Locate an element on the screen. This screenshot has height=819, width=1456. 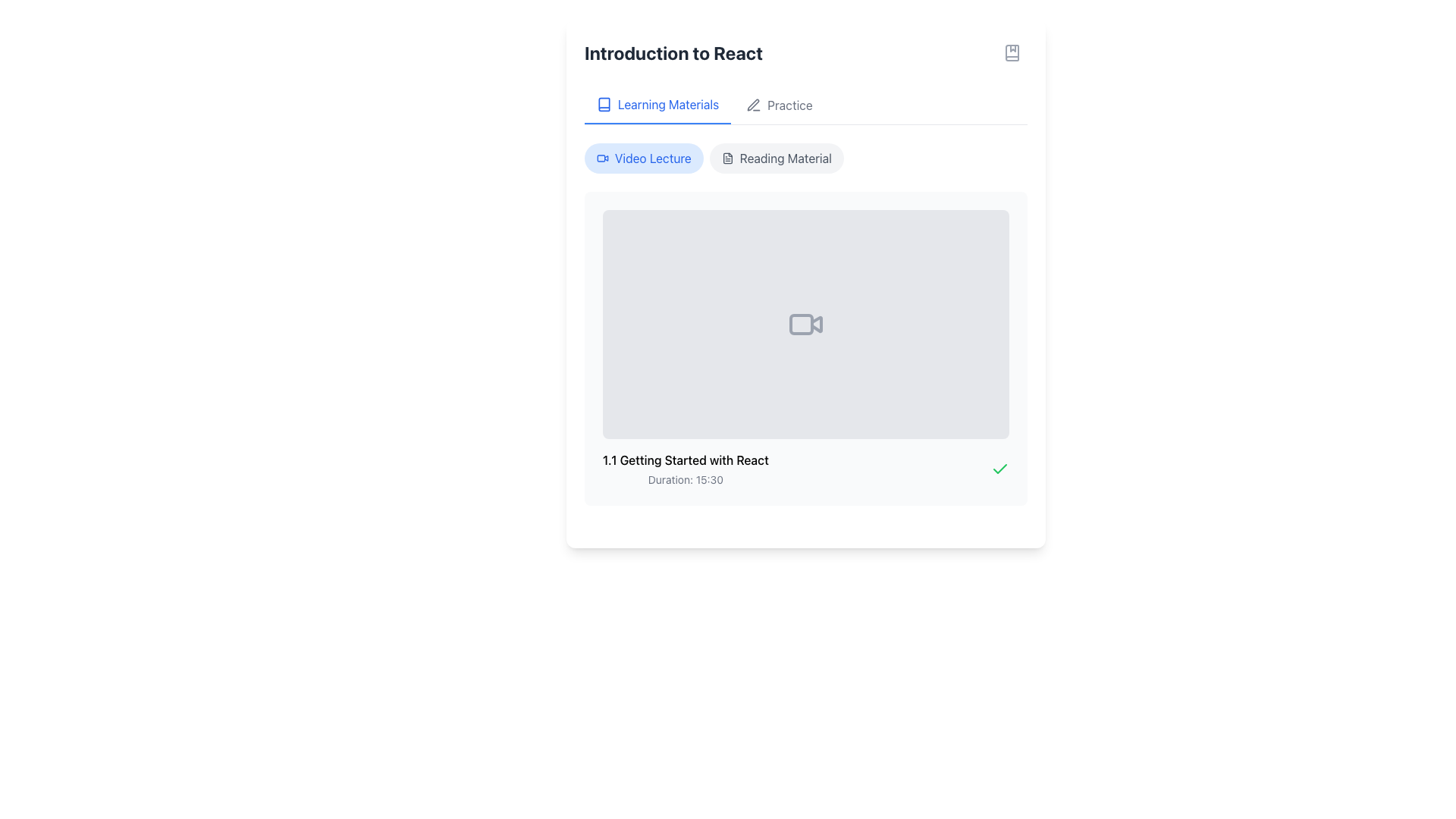
the graphical representation of the book icon located to the left of the 'Learning Materials' text in the navigation tab is located at coordinates (603, 104).